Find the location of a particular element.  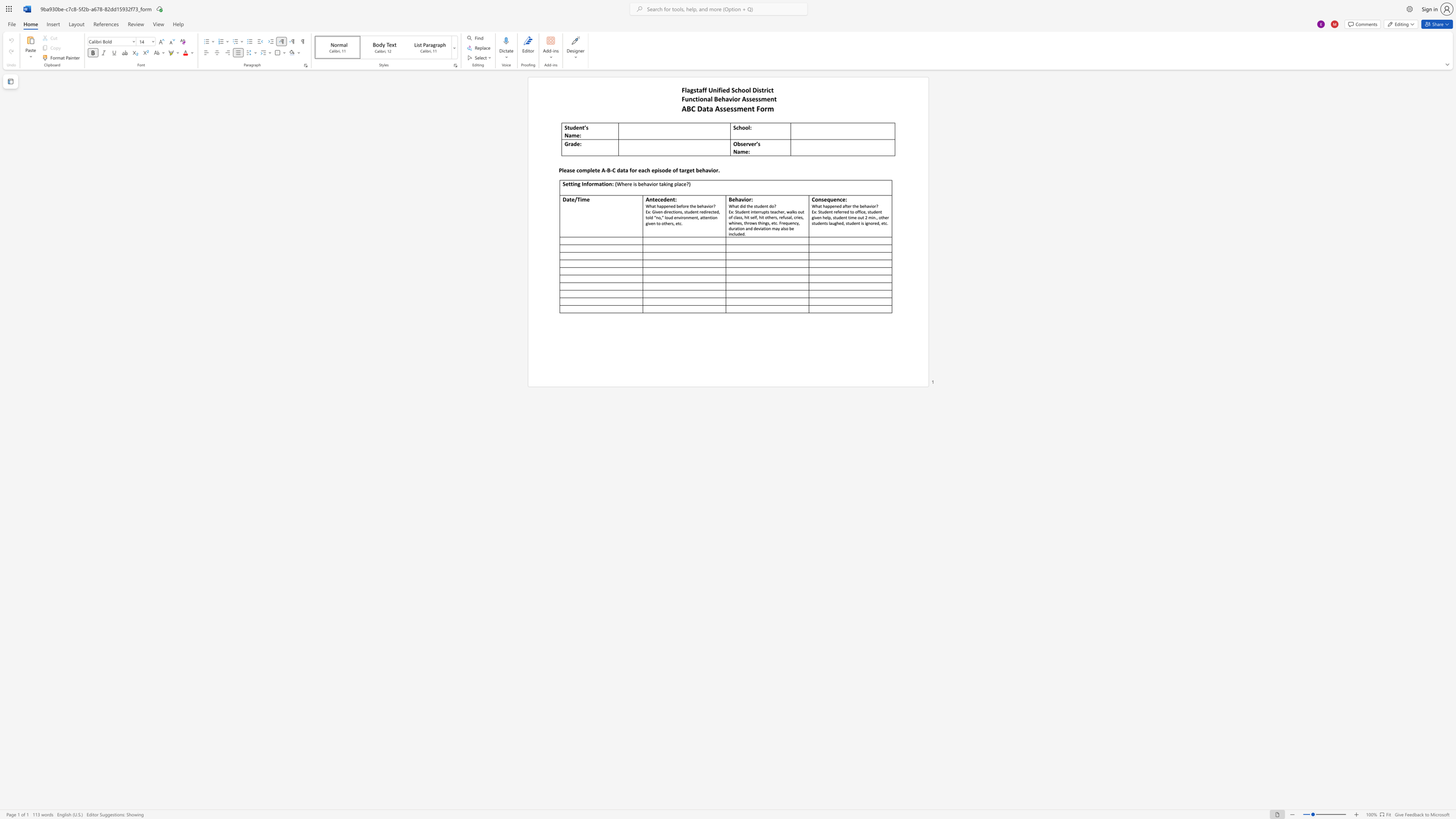

the subset text "he studen" within the text "What did the student do?" is located at coordinates (748, 206).